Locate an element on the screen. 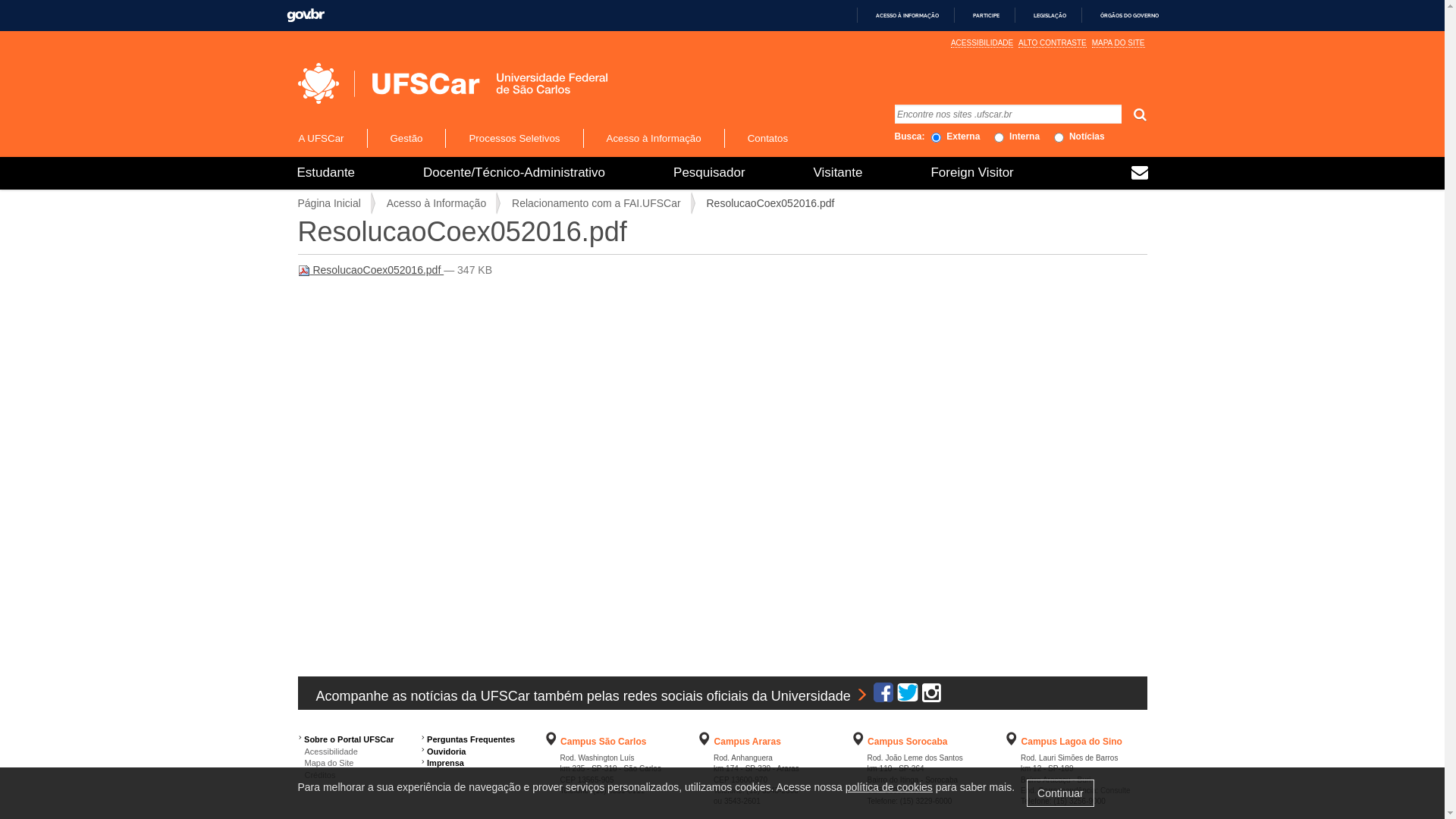 This screenshot has height=819, width=1456. 'MAPA DO SITE' is located at coordinates (1092, 42).